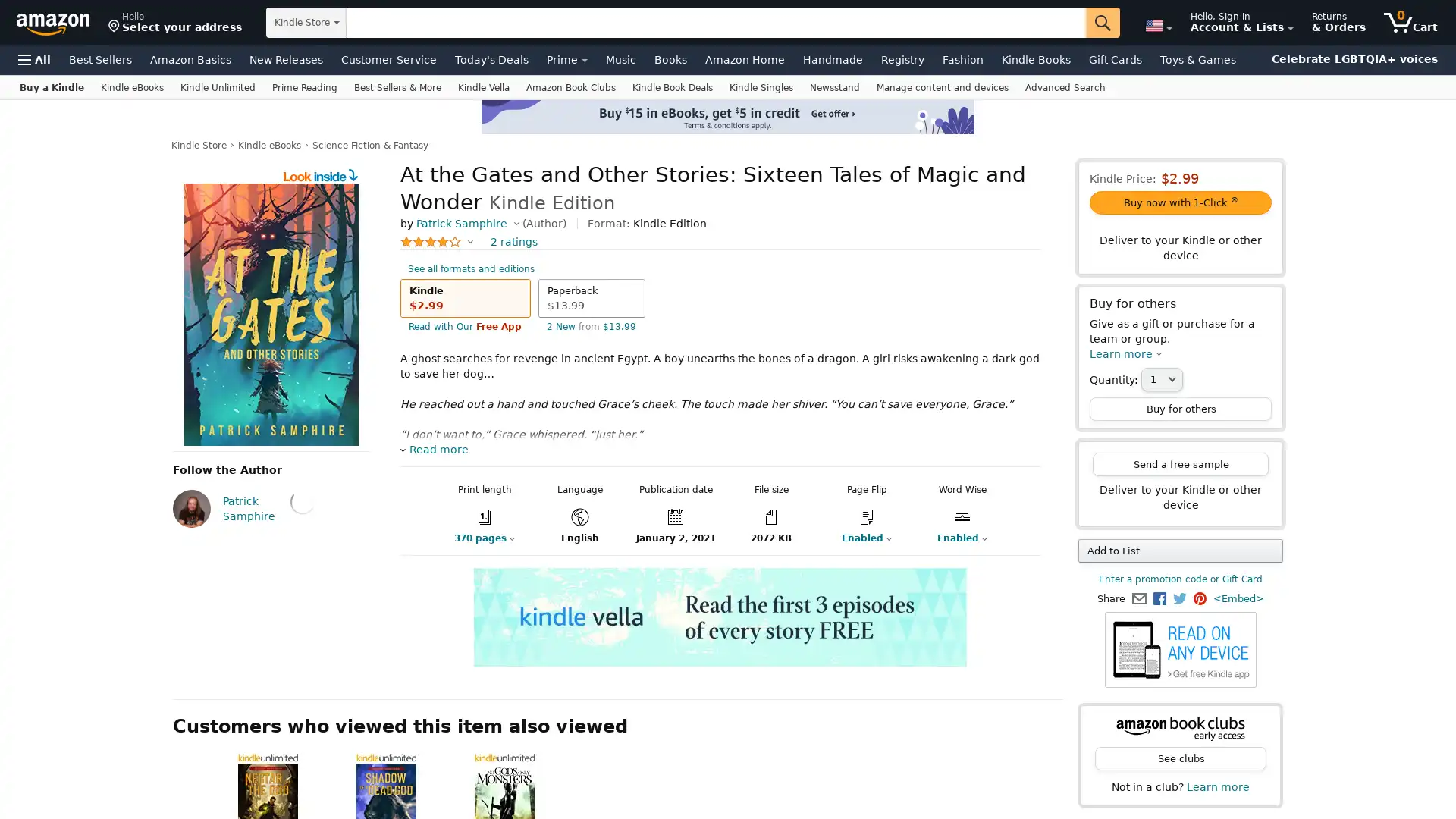  Describe the element at coordinates (1179, 408) in the screenshot. I see `Buy for others` at that location.